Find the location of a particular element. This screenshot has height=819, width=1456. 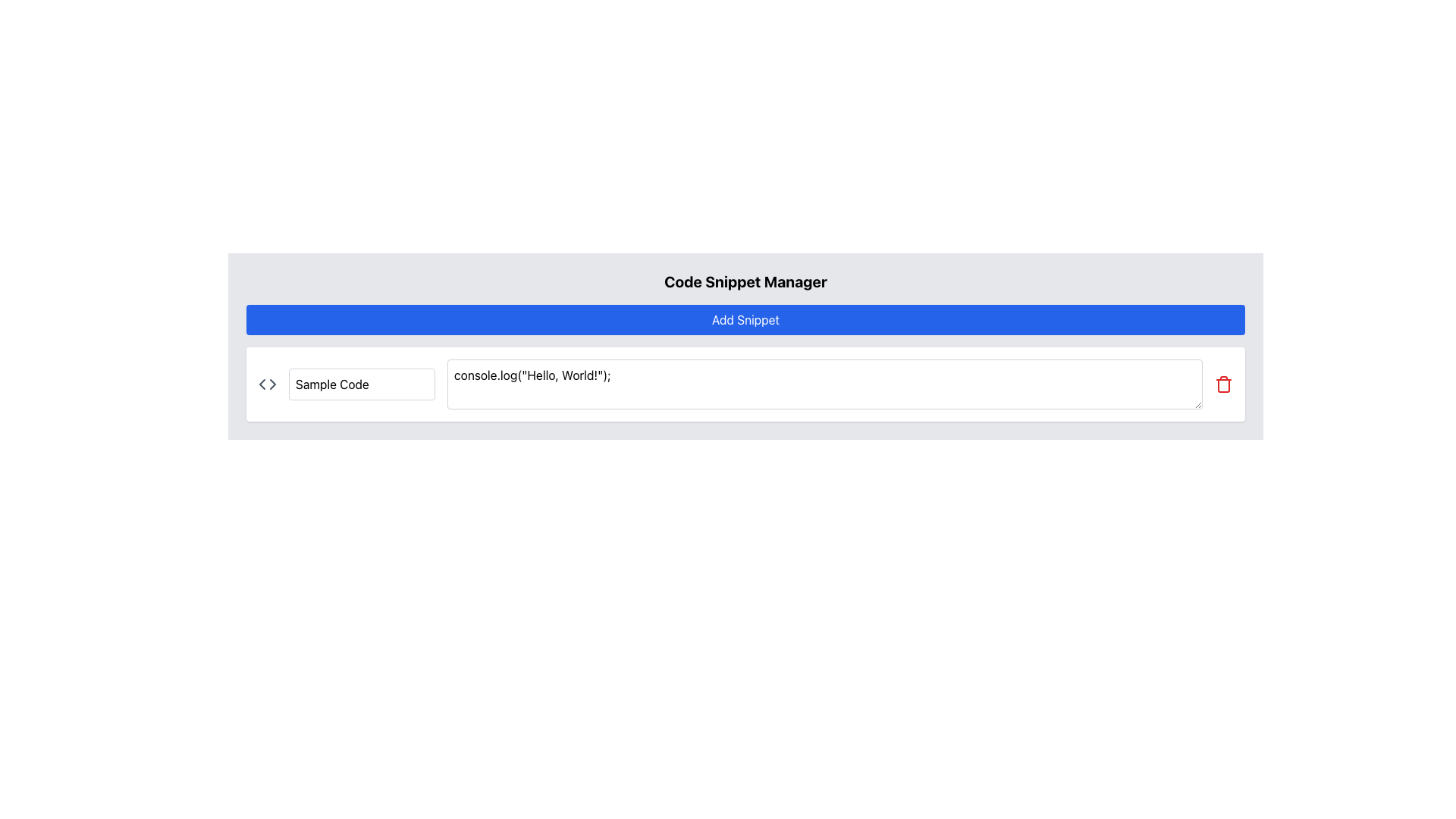

the icon that visually represents code snippets, located to the left of the 'Sample Code' text field in the row is located at coordinates (268, 383).